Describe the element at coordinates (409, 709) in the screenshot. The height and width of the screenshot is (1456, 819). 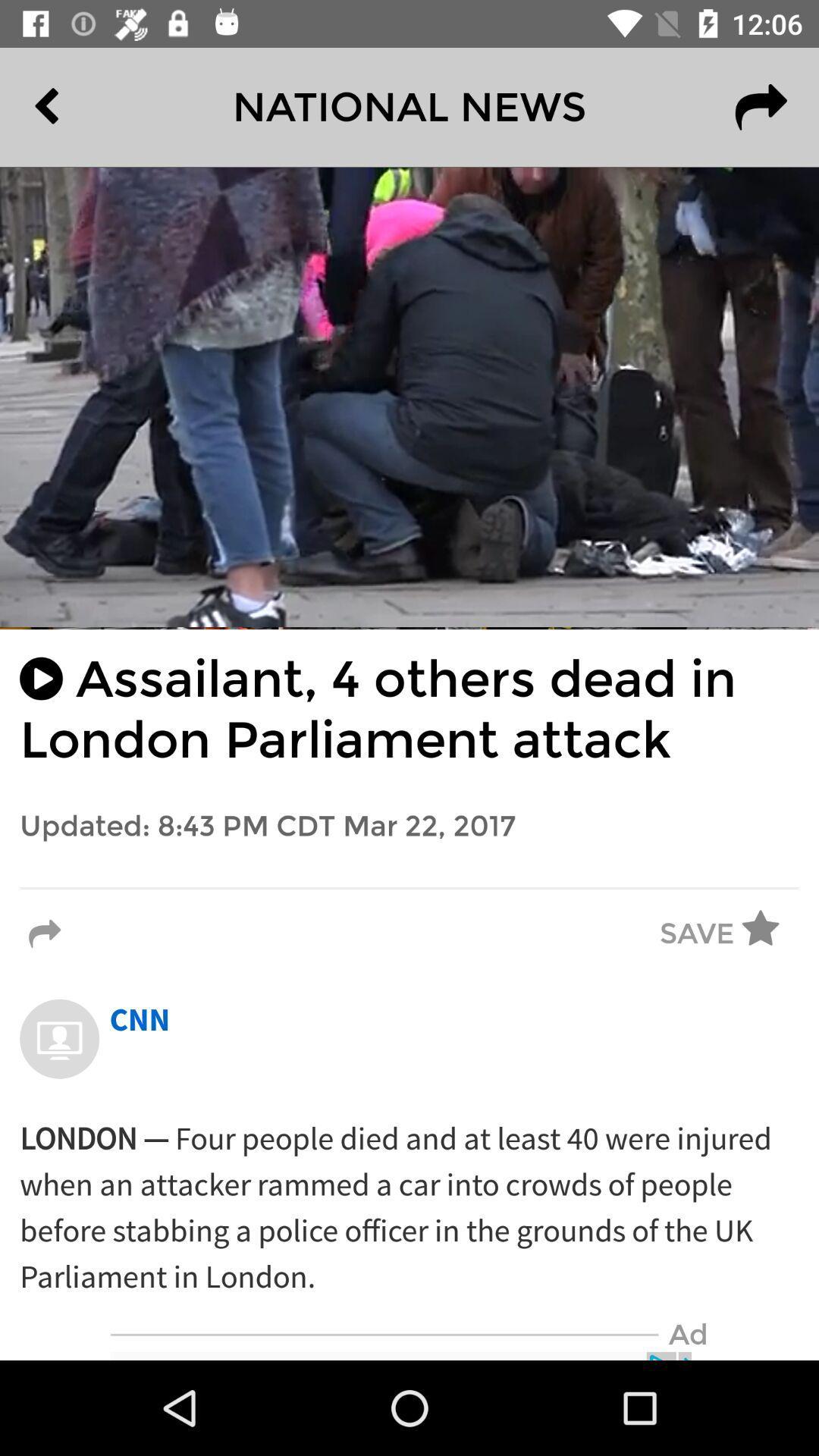
I see `the assailant 4 others` at that location.